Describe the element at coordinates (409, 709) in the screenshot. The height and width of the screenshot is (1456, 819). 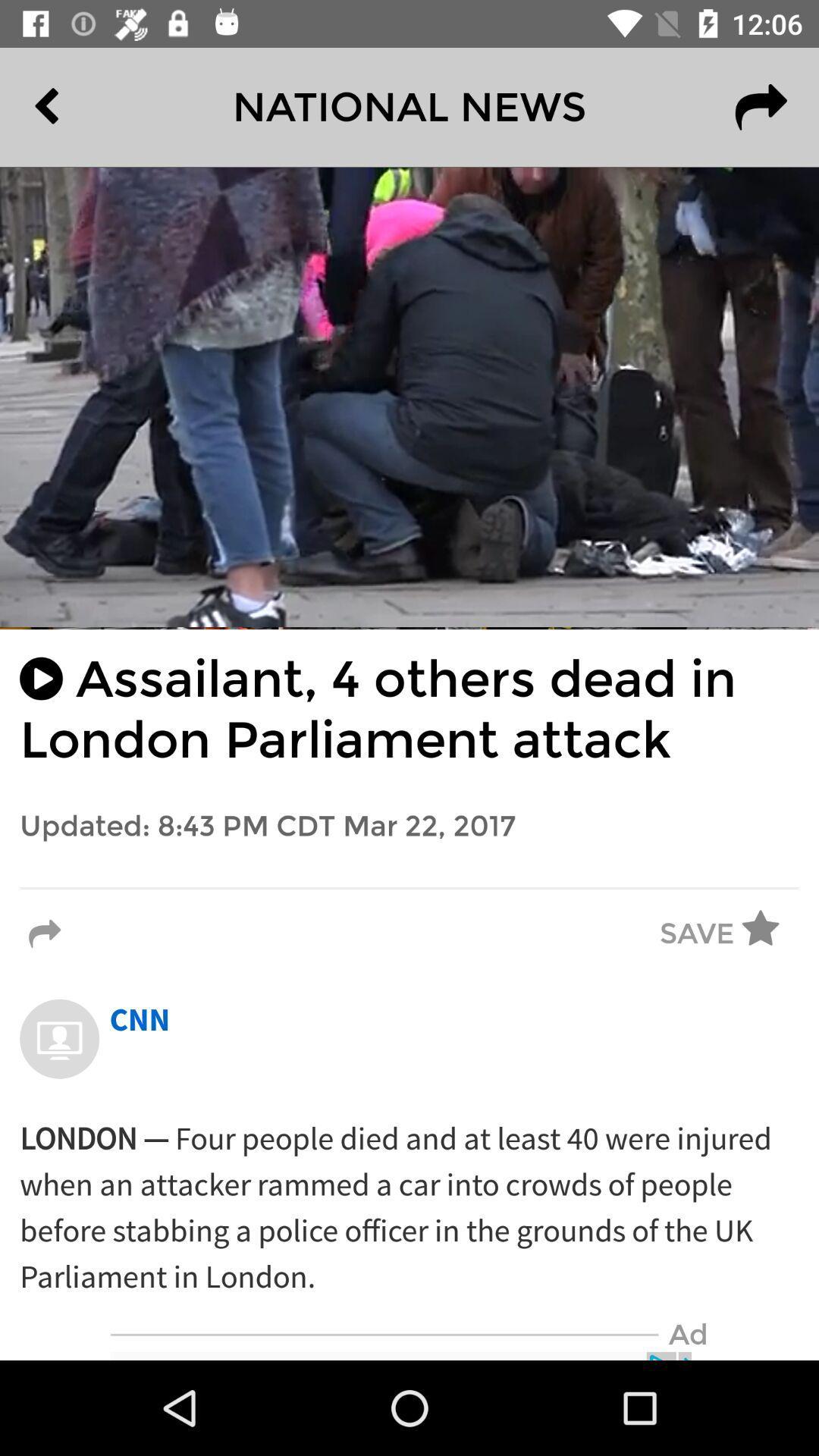
I see `the assailant 4 others` at that location.